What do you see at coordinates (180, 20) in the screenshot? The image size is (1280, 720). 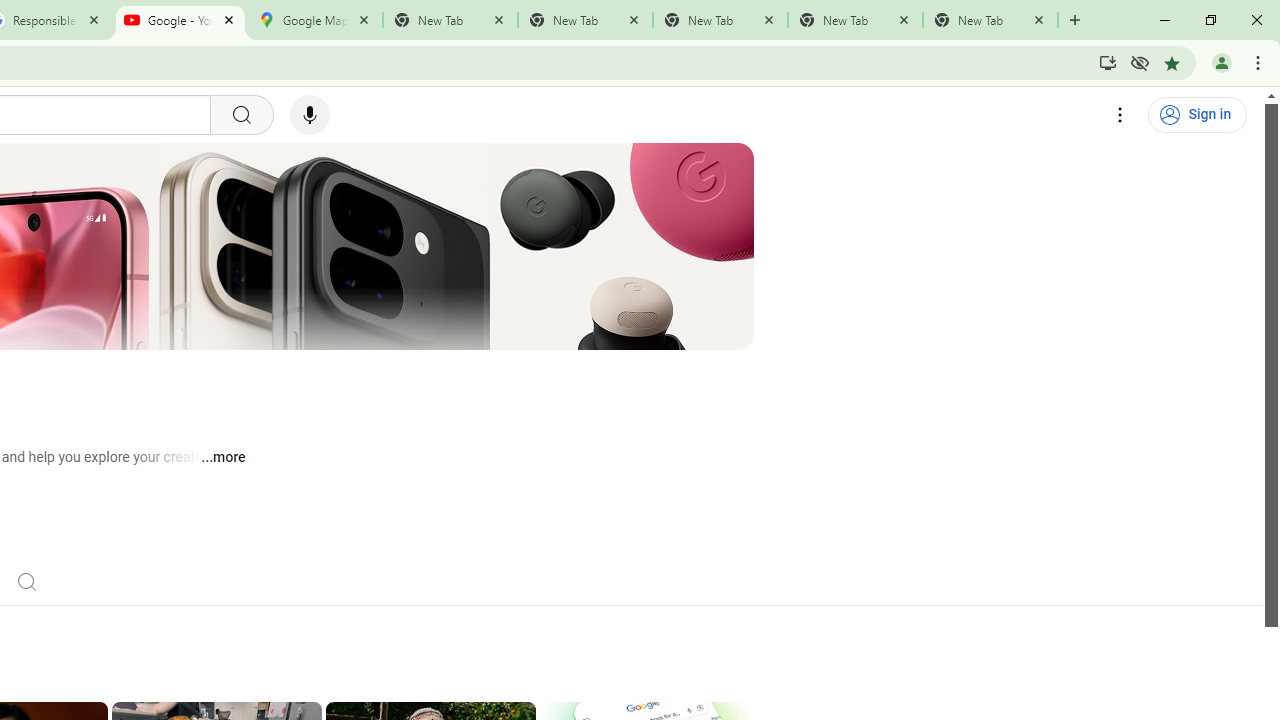 I see `'Google - YouTube'` at bounding box center [180, 20].